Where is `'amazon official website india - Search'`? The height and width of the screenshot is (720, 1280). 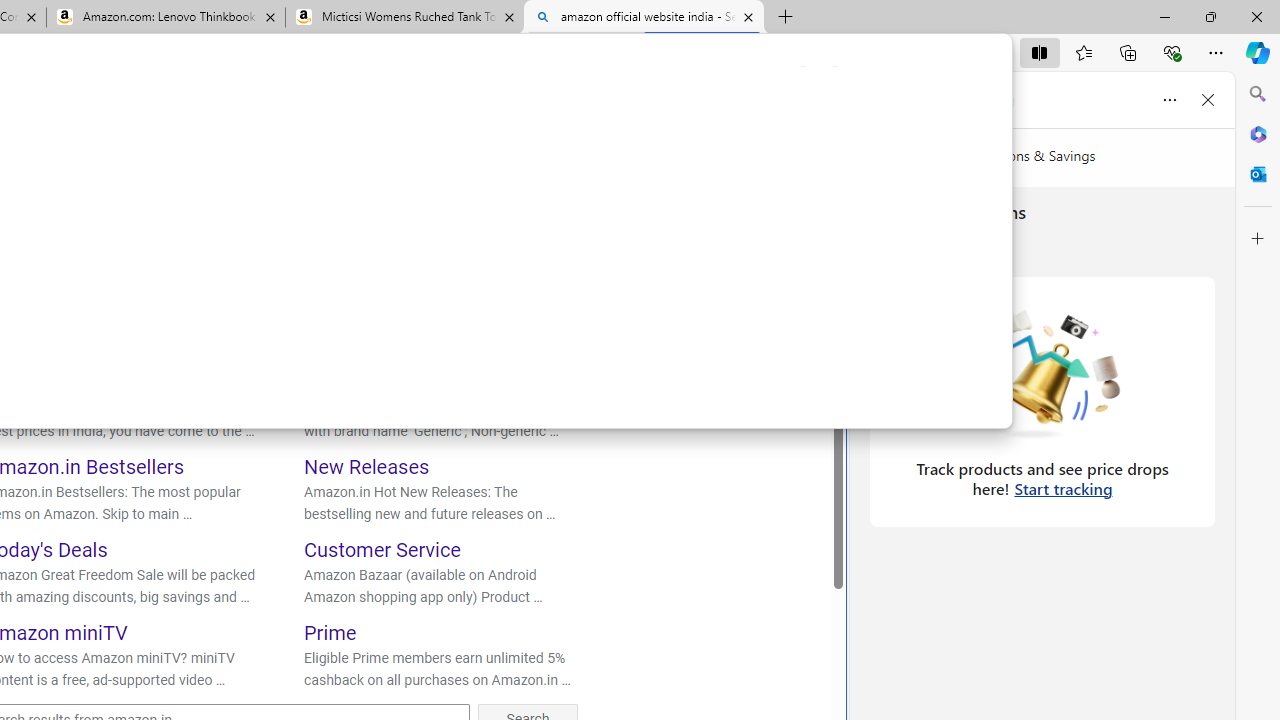
'amazon official website india - Search' is located at coordinates (643, 17).